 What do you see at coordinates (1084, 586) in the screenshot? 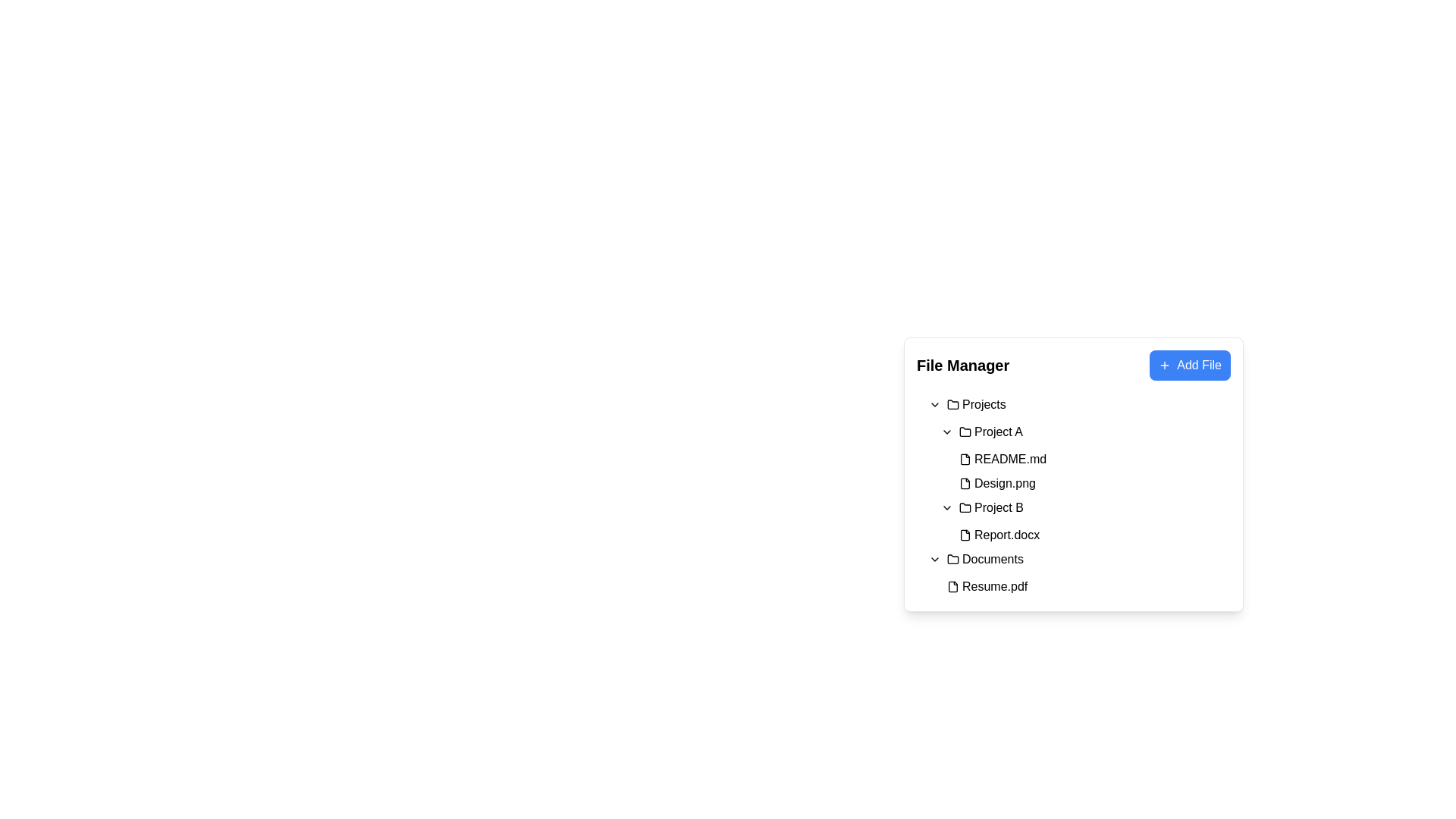
I see `the List item representing the file 'Resume.pdf' in the Documents folder` at bounding box center [1084, 586].